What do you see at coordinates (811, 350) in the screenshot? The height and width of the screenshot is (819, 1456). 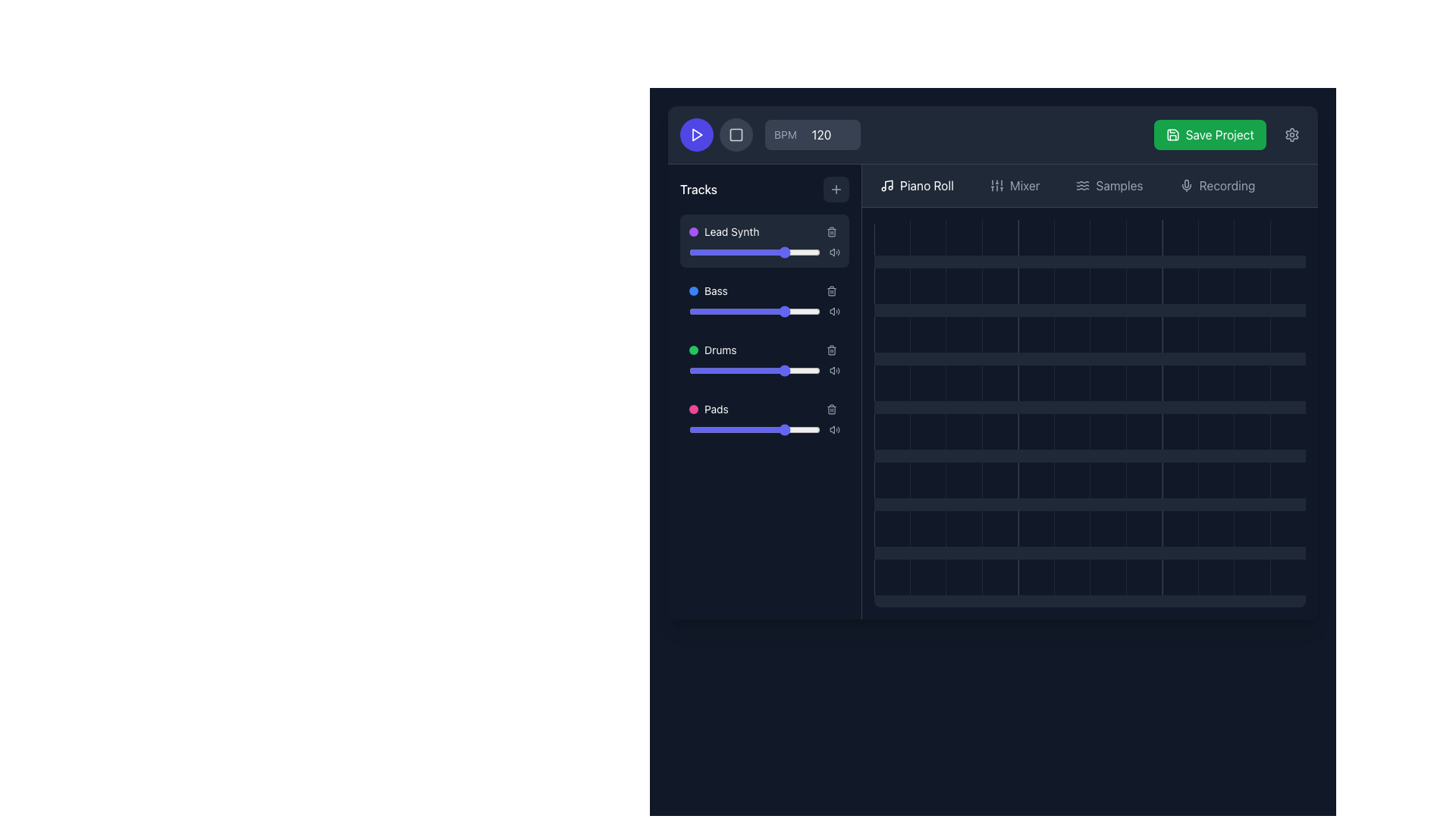 I see `the volume for the 'Drums' track` at bounding box center [811, 350].